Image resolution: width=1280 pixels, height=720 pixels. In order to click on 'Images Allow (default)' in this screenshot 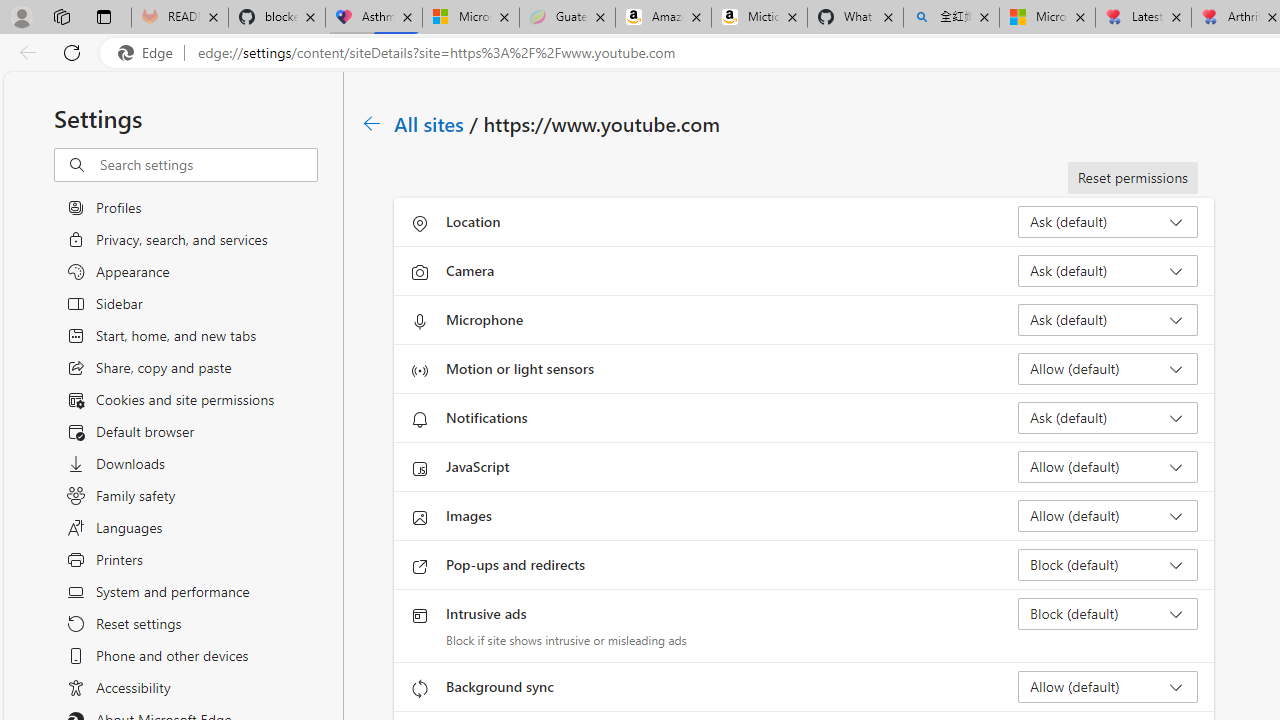, I will do `click(1106, 514)`.